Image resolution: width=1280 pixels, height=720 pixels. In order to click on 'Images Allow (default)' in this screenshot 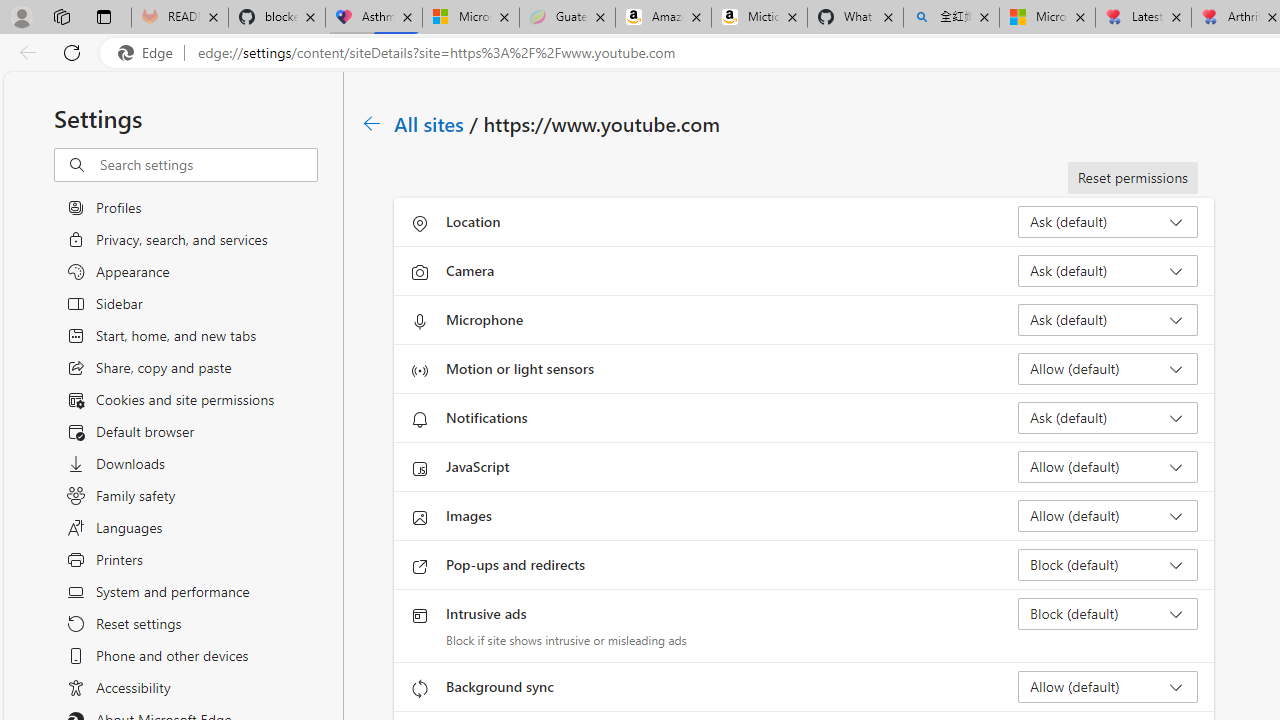, I will do `click(1106, 514)`.